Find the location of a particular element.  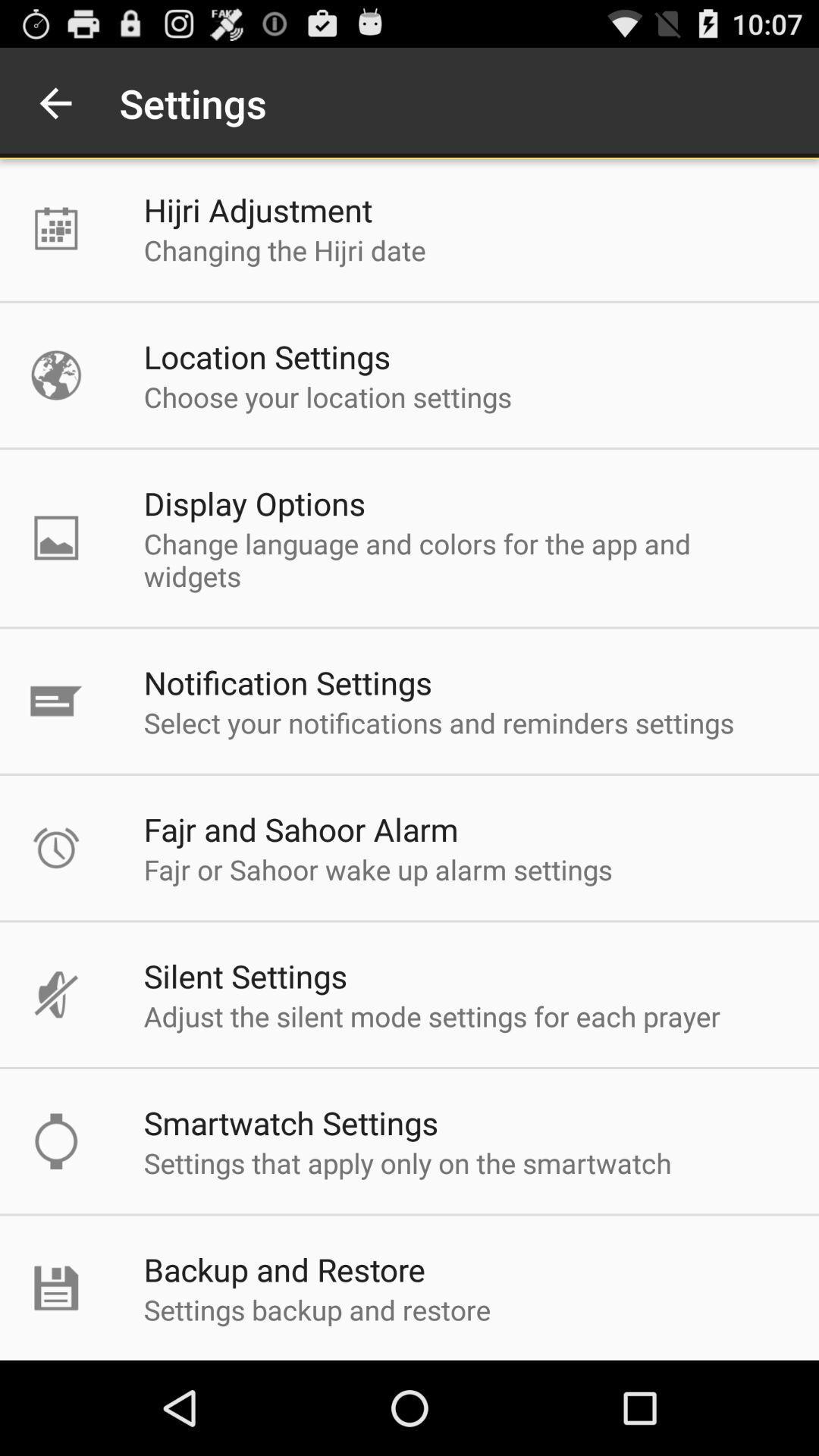

the item above fajr and sahoor item is located at coordinates (438, 722).